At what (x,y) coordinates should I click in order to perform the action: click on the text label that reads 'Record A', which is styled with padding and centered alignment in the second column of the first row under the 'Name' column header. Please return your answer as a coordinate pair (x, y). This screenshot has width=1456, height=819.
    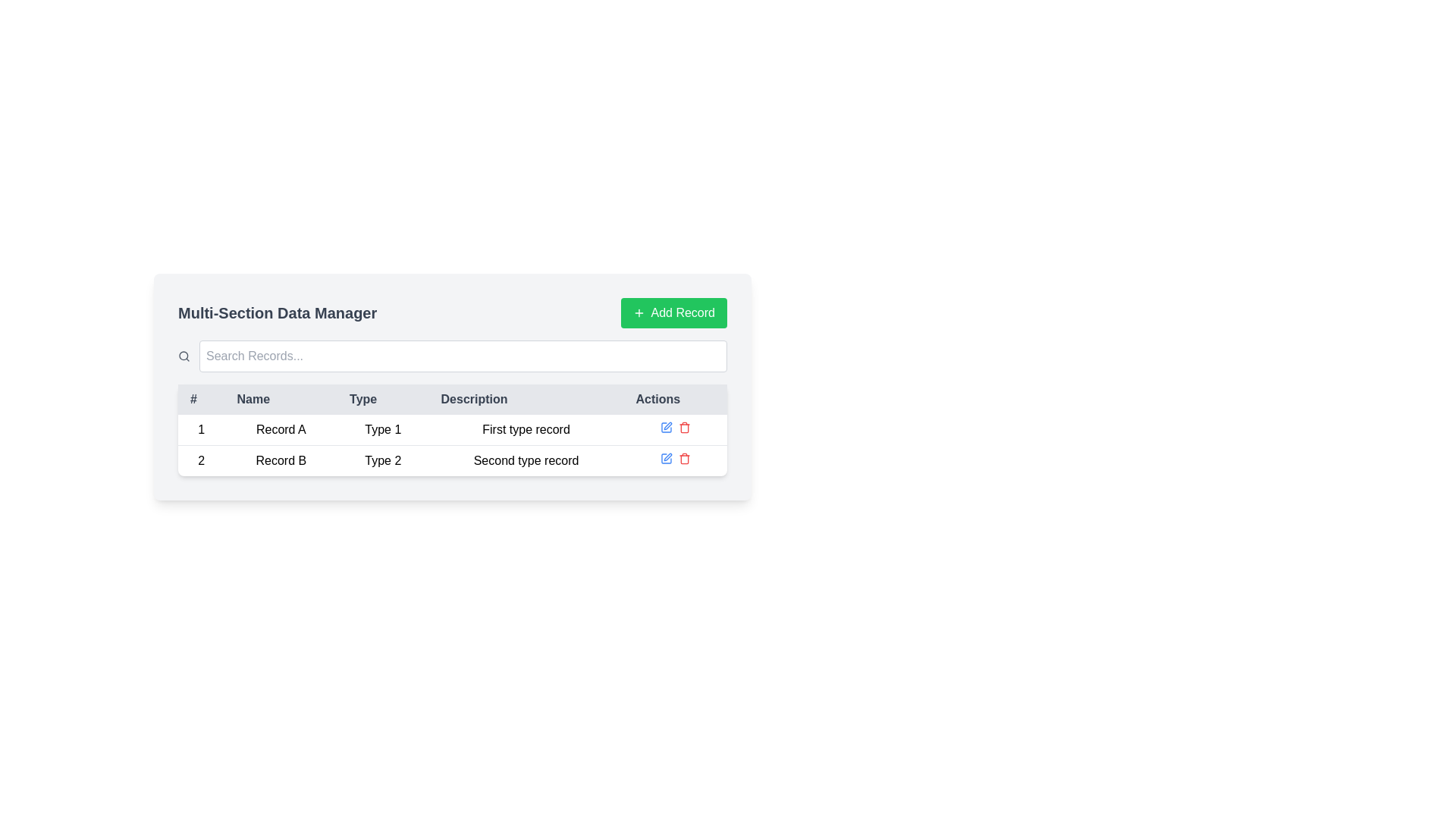
    Looking at the image, I should click on (281, 430).